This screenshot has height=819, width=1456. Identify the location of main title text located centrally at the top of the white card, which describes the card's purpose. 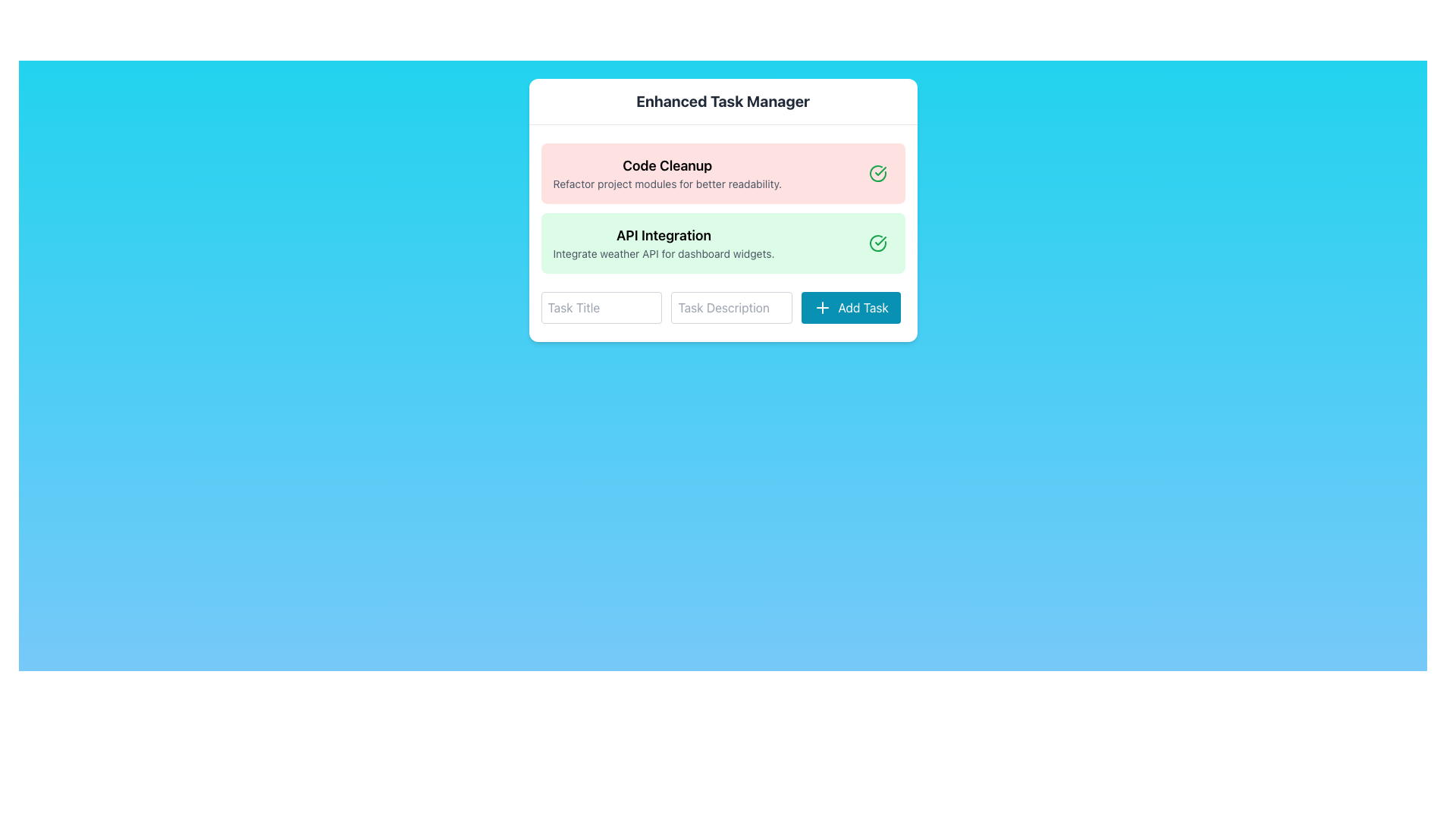
(722, 102).